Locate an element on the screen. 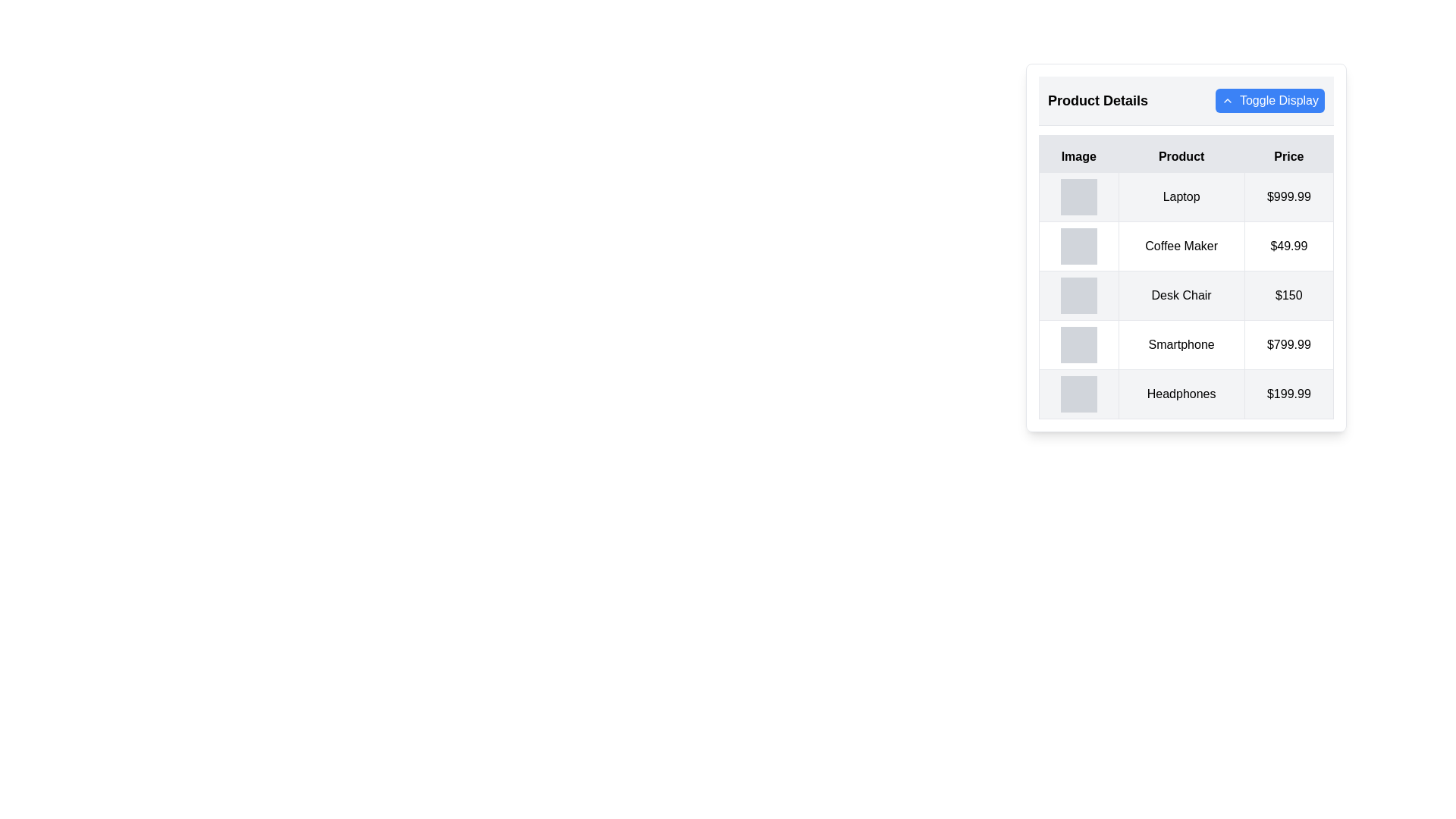 The height and width of the screenshot is (819, 1456). the 'Product Details' text label, which is displayed in bold and large font within a light gray background header bar at the top of the product table layout is located at coordinates (1098, 100).